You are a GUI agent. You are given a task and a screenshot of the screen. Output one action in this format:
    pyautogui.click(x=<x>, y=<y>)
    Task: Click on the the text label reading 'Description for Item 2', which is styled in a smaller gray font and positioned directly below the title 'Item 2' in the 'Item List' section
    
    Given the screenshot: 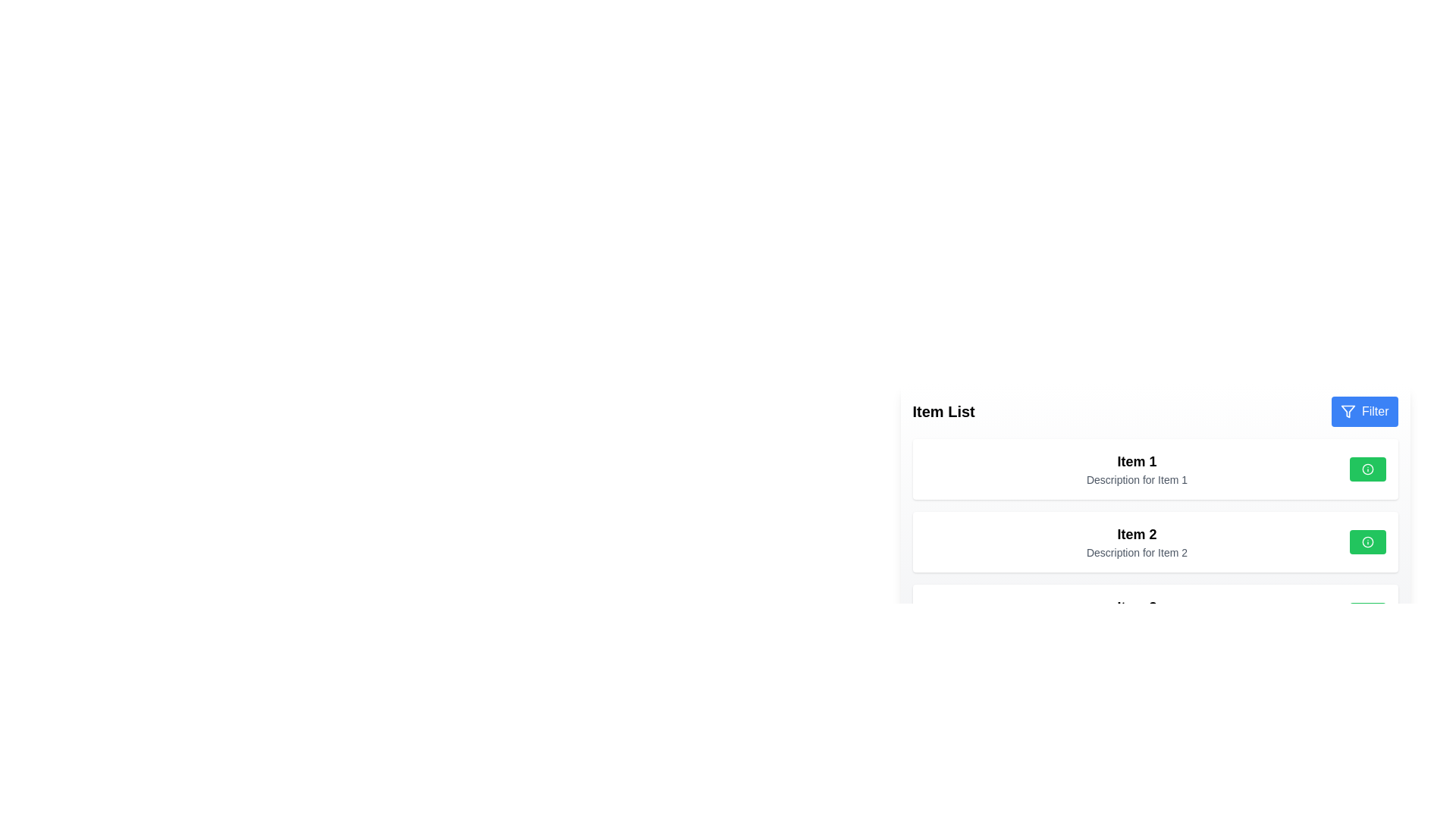 What is the action you would take?
    pyautogui.click(x=1137, y=553)
    